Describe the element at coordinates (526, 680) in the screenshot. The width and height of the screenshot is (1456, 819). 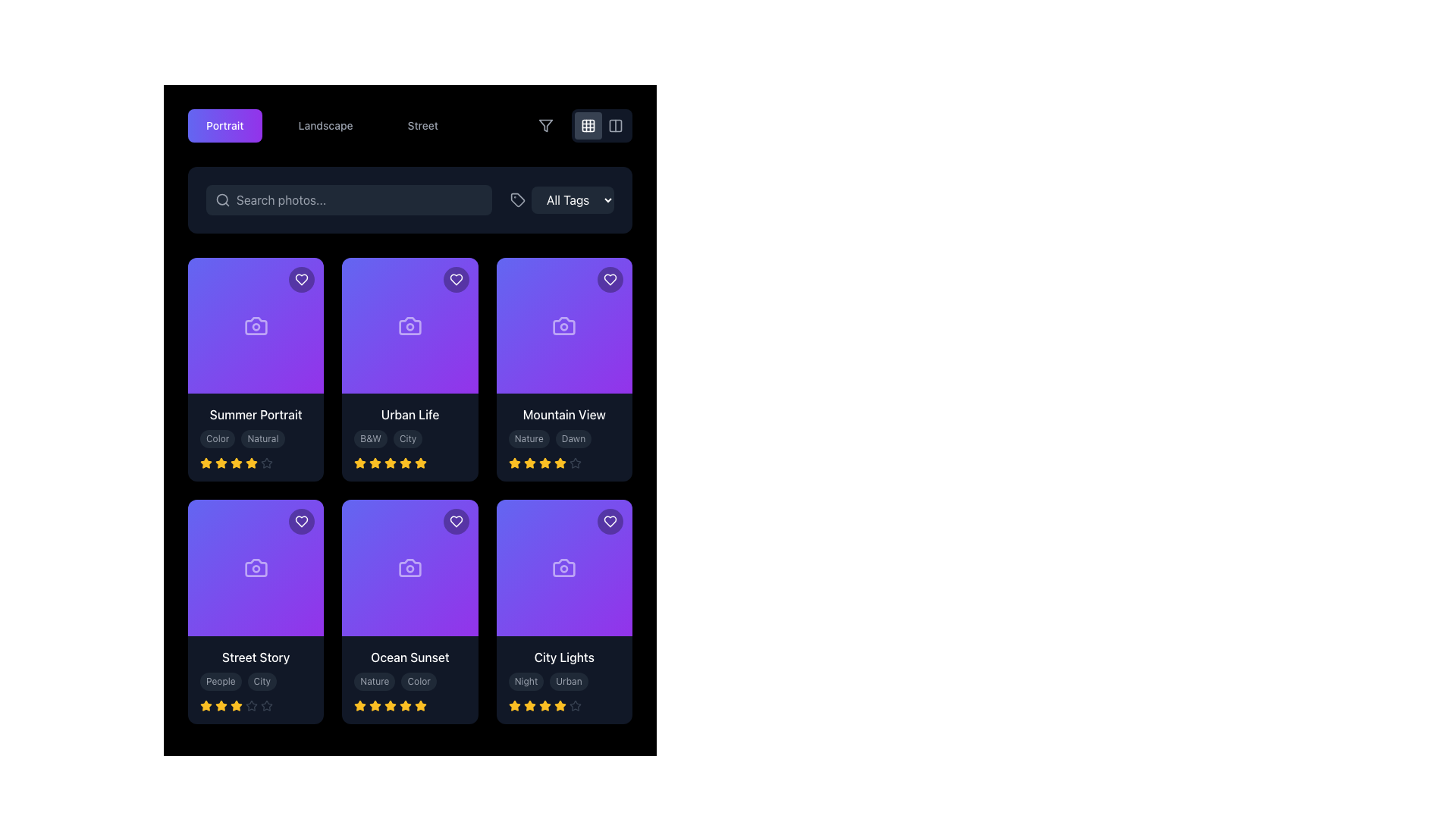
I see `the rounded rectangular label with the text 'Night' that has a dark gray background and light gray text, located in the lower-right card beneath the 'City Lights' heading` at that location.